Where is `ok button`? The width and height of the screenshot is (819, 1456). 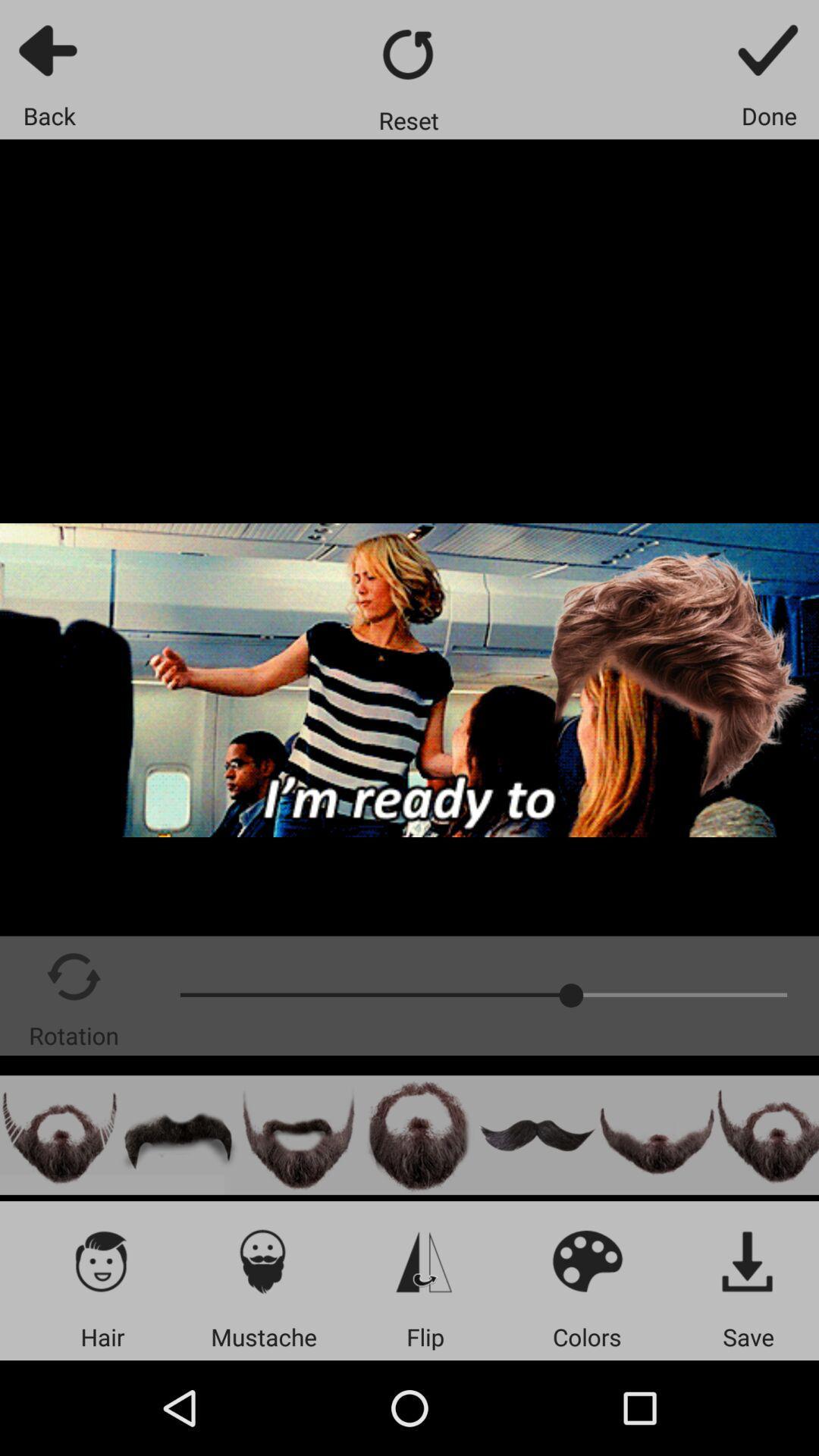
ok button is located at coordinates (769, 49).